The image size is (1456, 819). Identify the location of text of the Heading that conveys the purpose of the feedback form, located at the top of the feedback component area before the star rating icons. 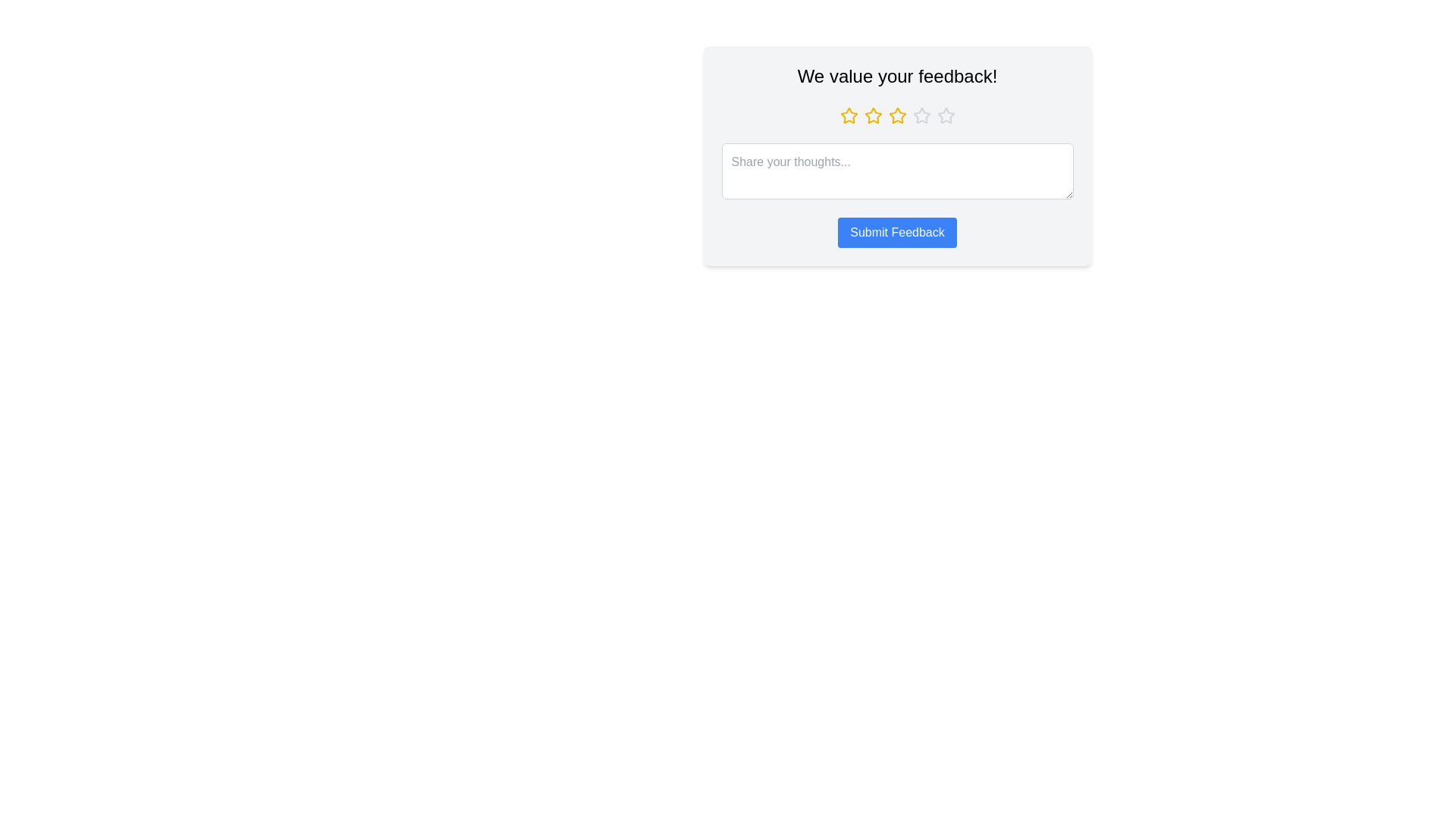
(897, 76).